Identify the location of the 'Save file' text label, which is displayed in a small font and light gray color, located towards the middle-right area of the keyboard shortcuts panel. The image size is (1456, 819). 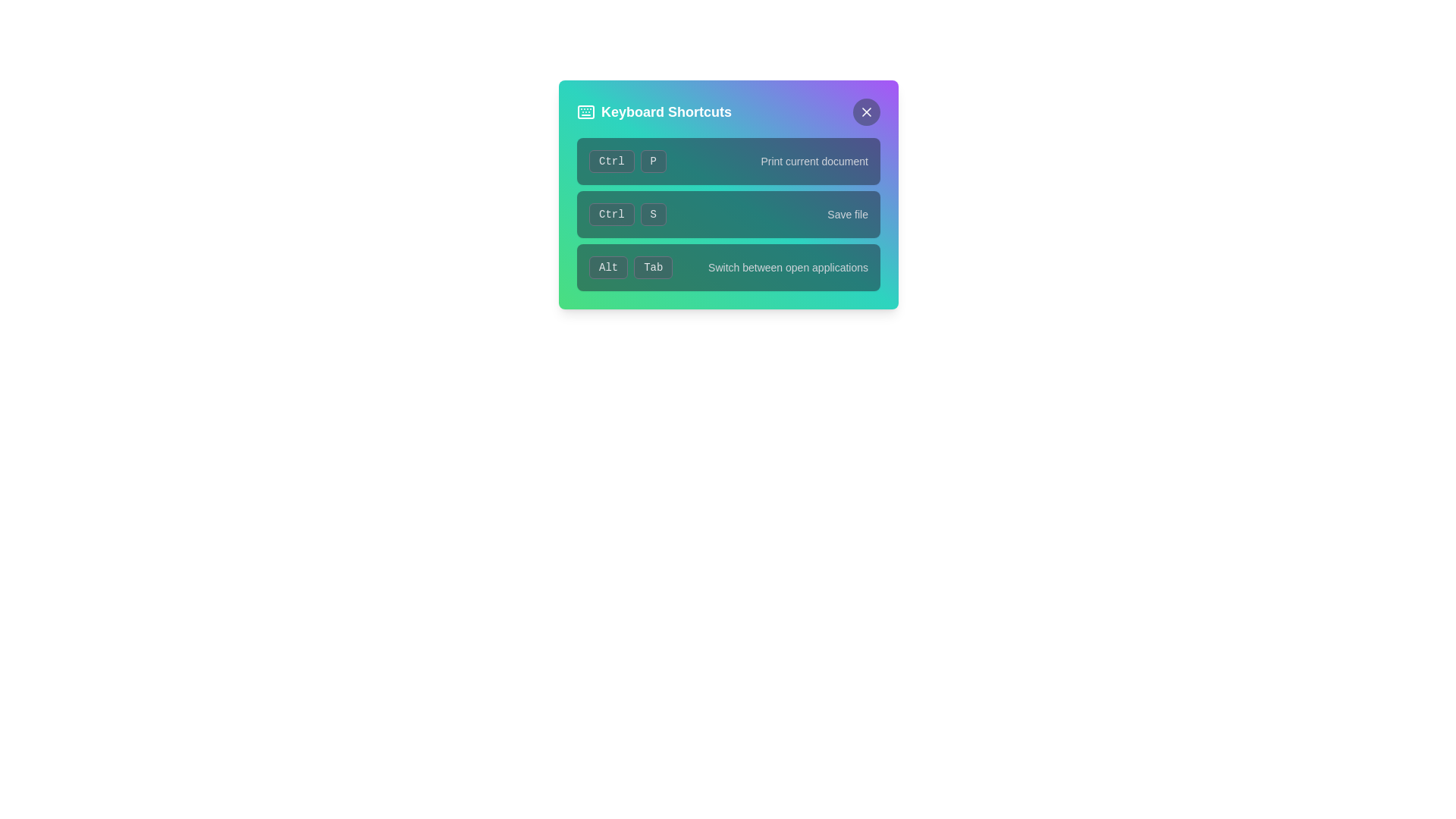
(847, 214).